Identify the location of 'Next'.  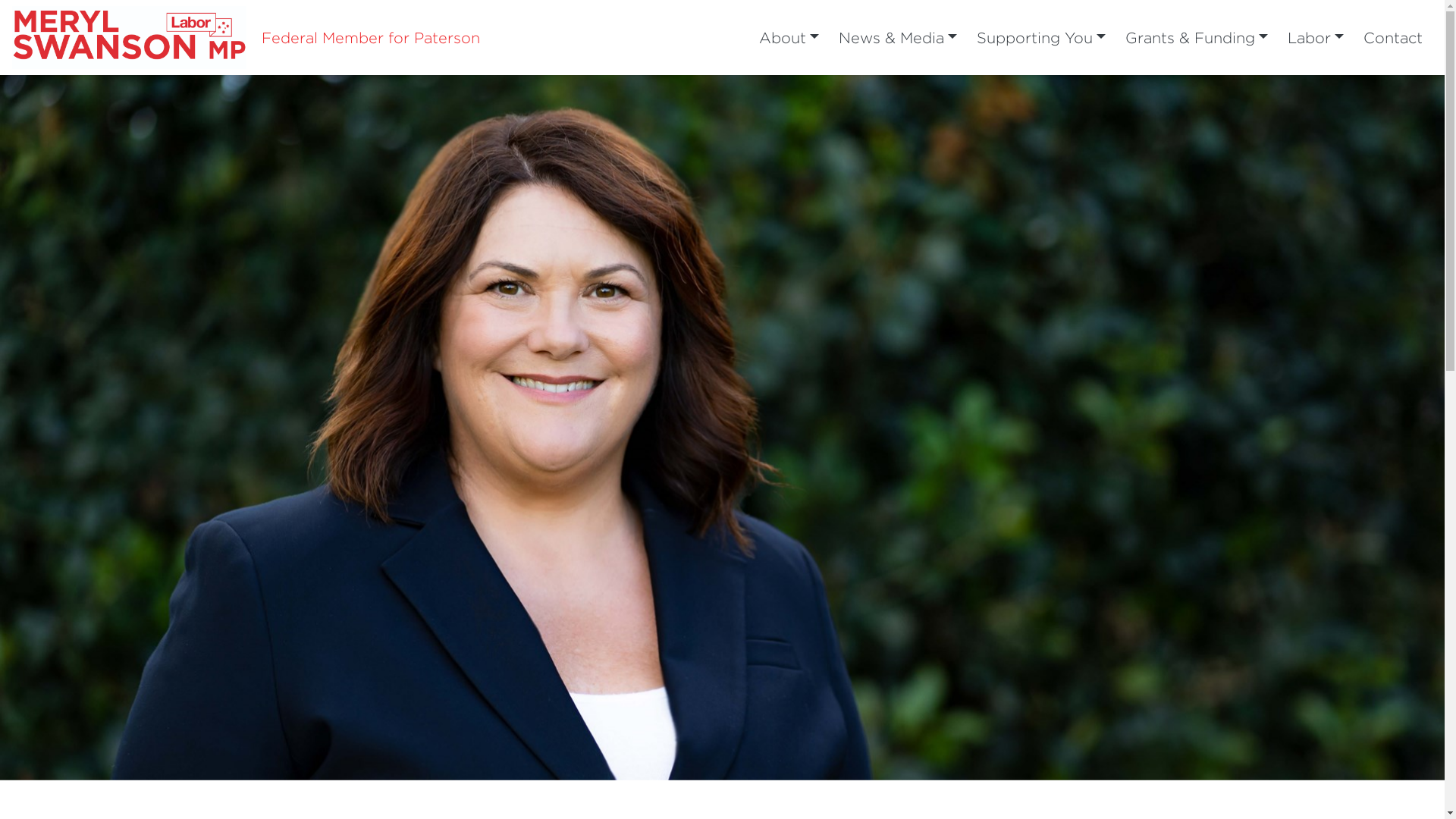
(1335, 427).